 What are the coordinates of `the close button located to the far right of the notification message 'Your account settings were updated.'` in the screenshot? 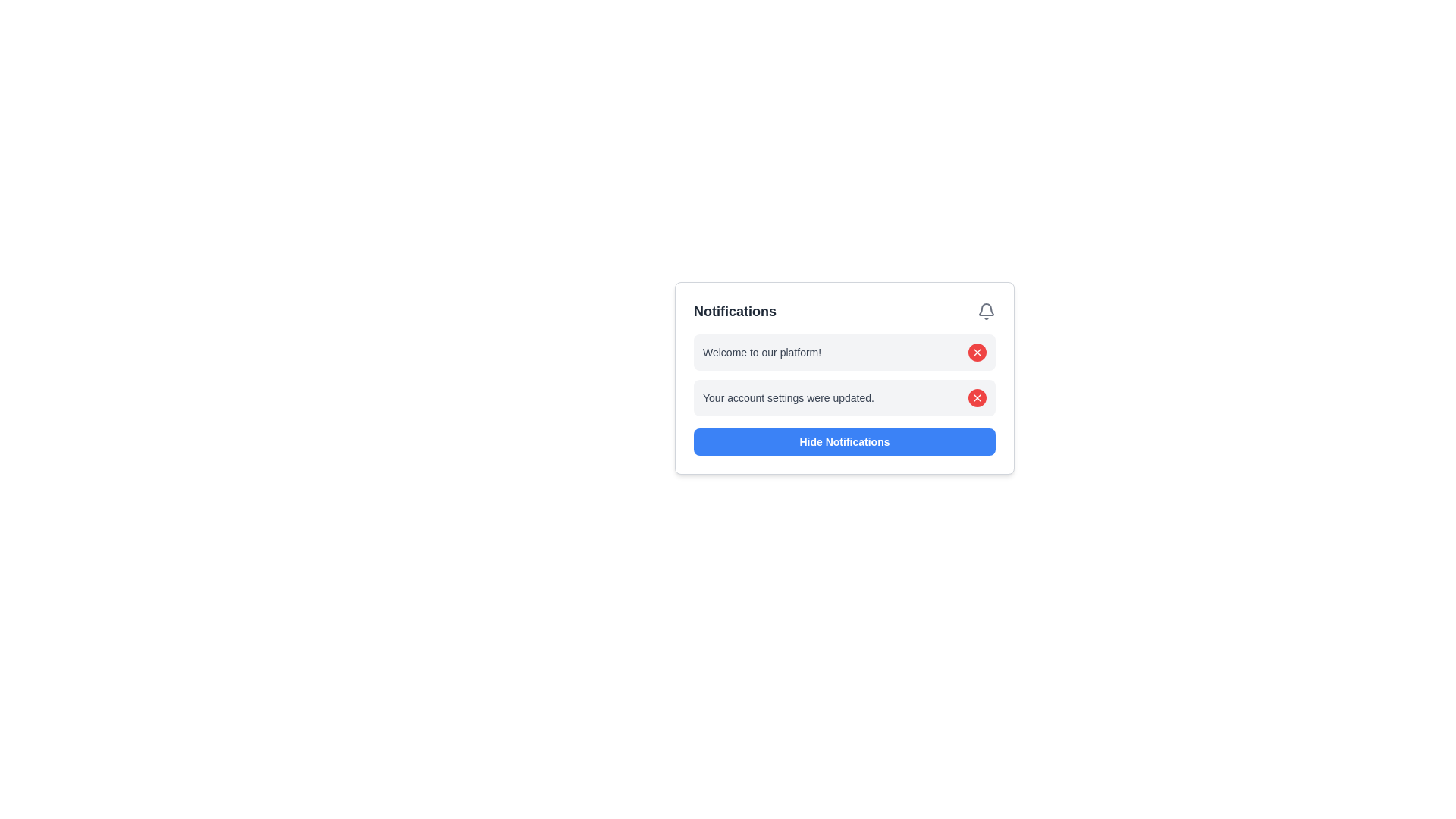 It's located at (977, 397).